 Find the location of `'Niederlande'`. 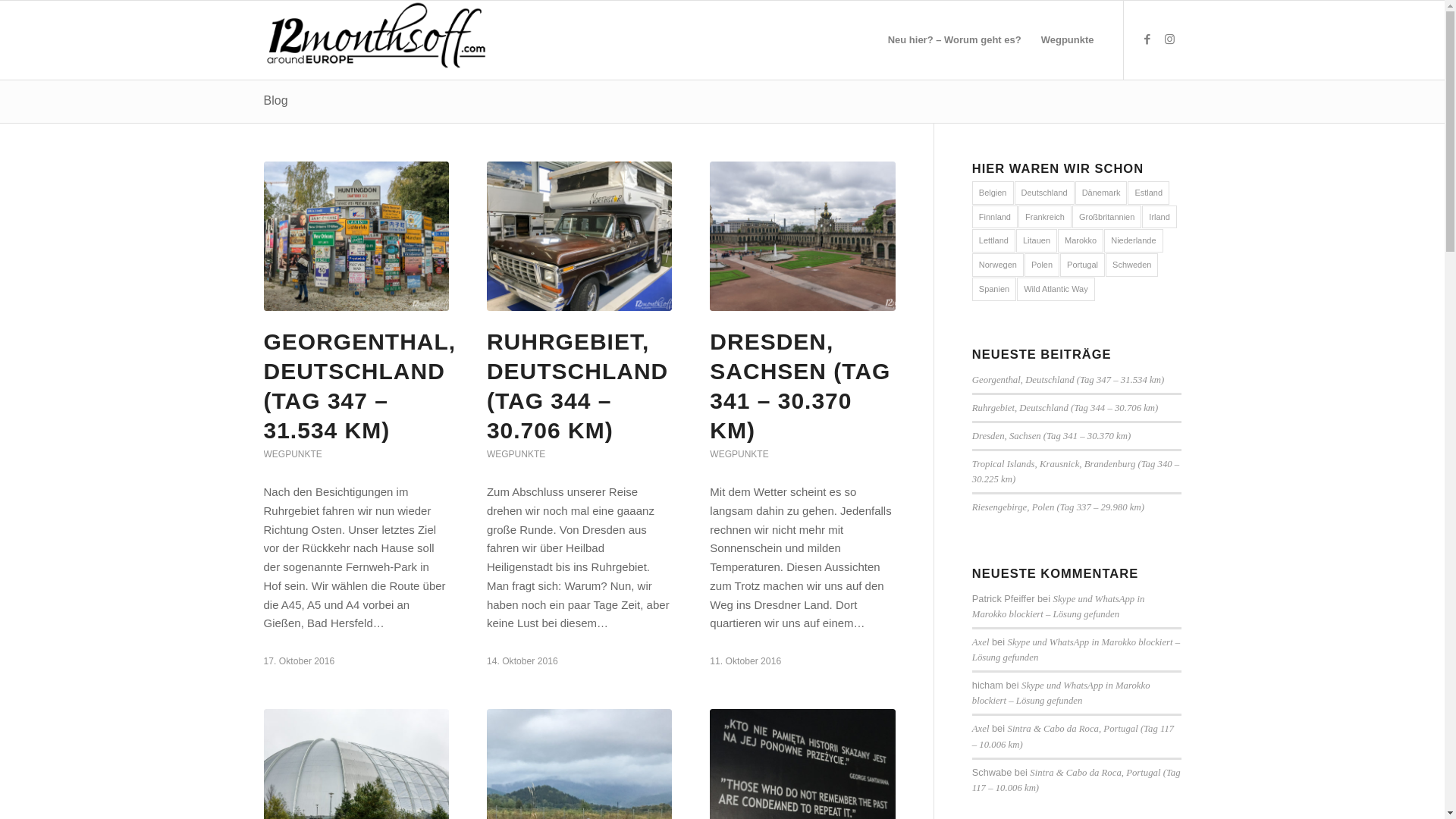

'Niederlande' is located at coordinates (1133, 240).